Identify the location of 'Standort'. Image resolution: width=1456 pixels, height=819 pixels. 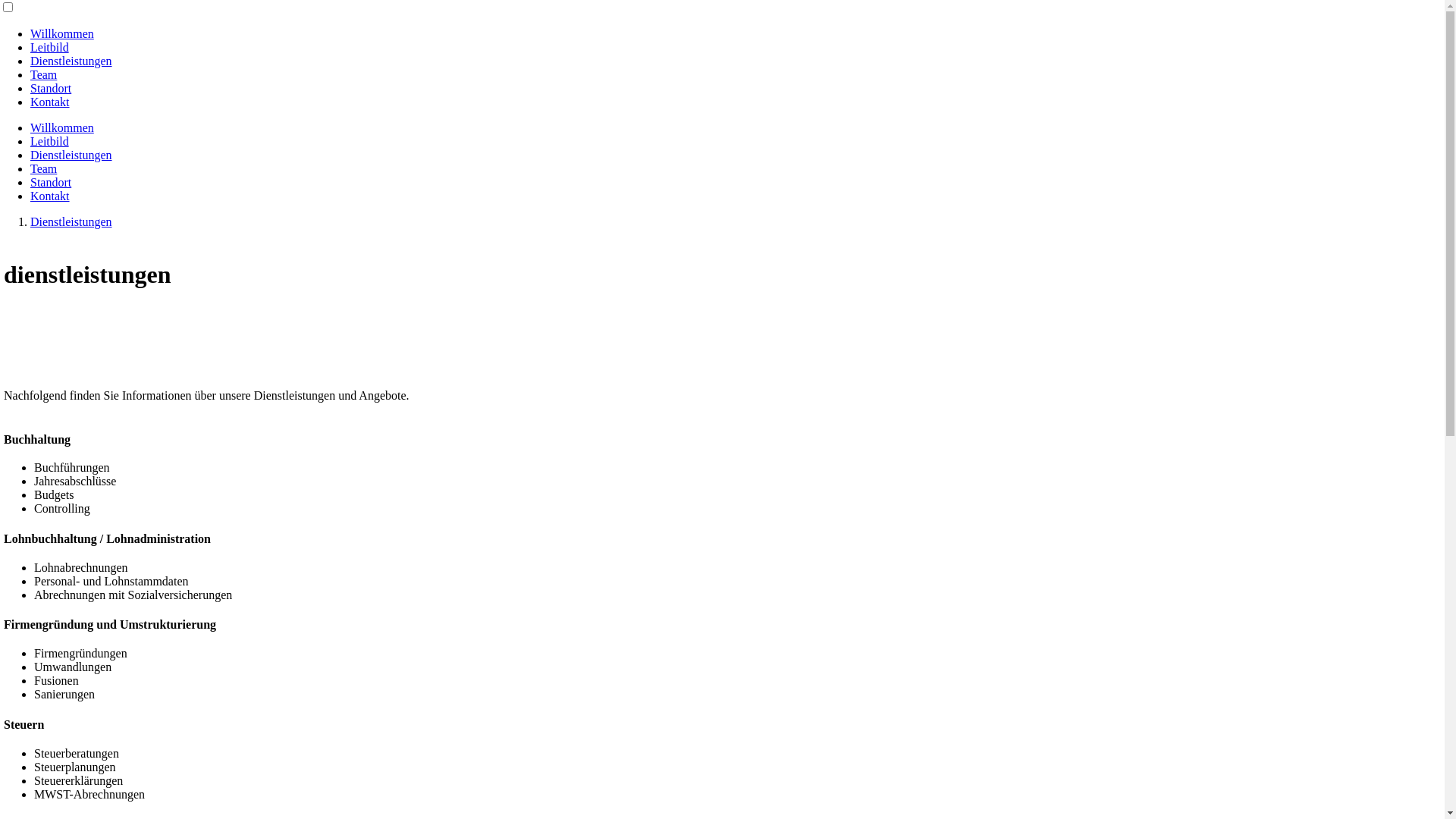
(30, 88).